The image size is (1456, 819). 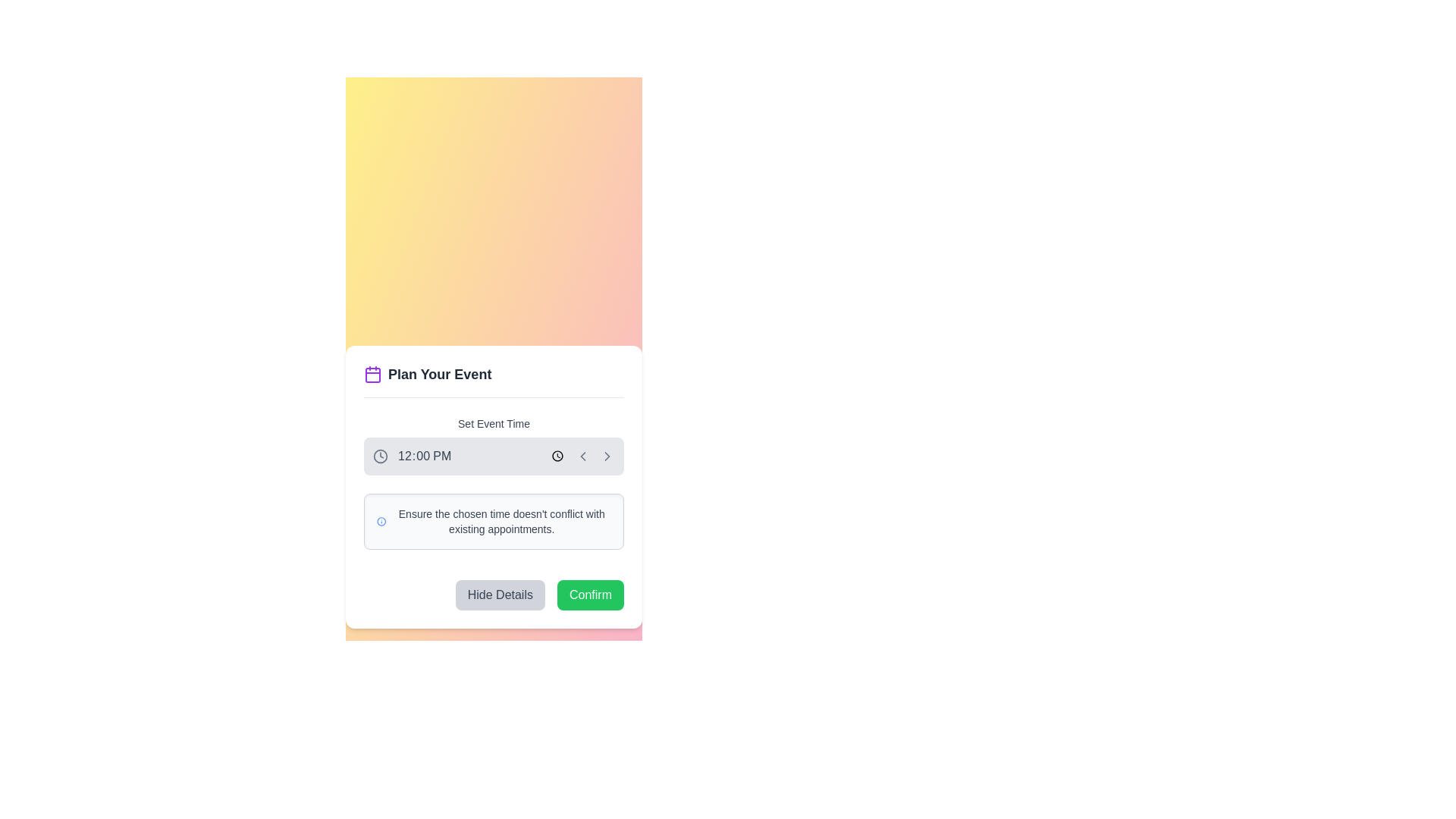 I want to click on the blue information icon featuring a lowercase 'i' inside a circular outline, so click(x=381, y=520).